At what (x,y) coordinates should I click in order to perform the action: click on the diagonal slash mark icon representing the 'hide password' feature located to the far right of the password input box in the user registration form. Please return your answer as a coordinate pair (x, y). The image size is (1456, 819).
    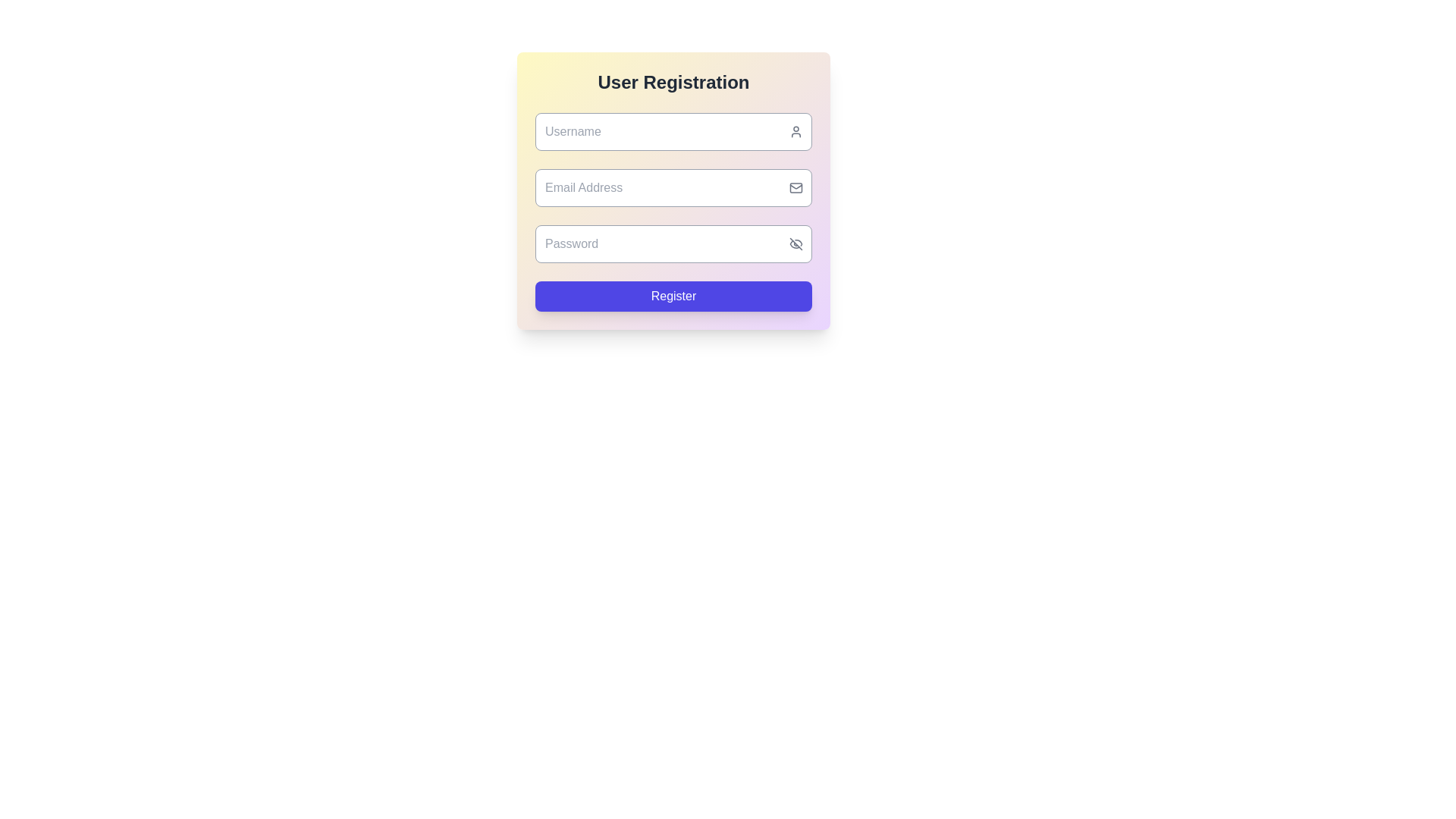
    Looking at the image, I should click on (795, 243).